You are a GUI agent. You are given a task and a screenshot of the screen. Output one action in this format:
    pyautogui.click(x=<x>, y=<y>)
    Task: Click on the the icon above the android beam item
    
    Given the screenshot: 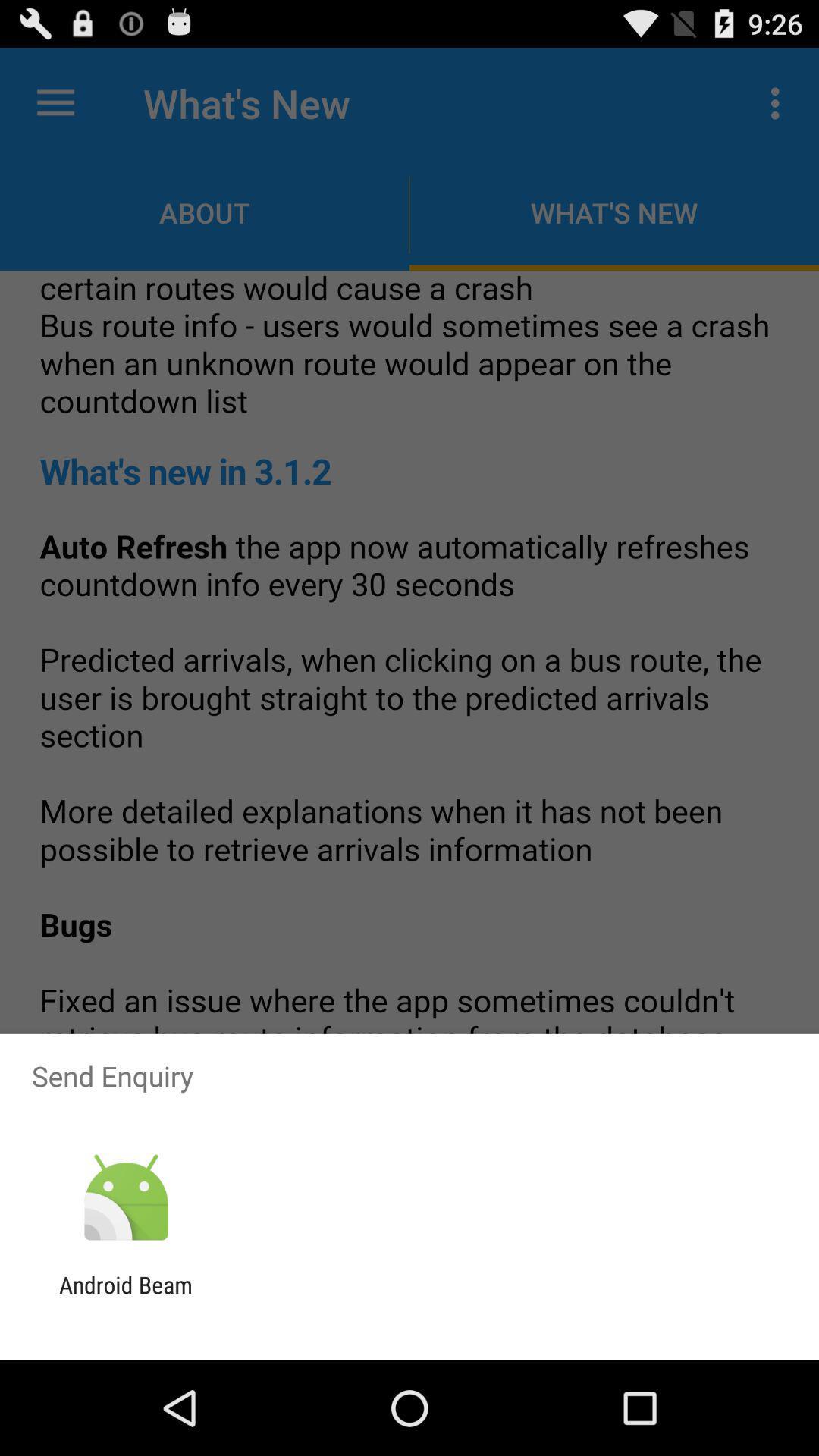 What is the action you would take?
    pyautogui.click(x=125, y=1197)
    